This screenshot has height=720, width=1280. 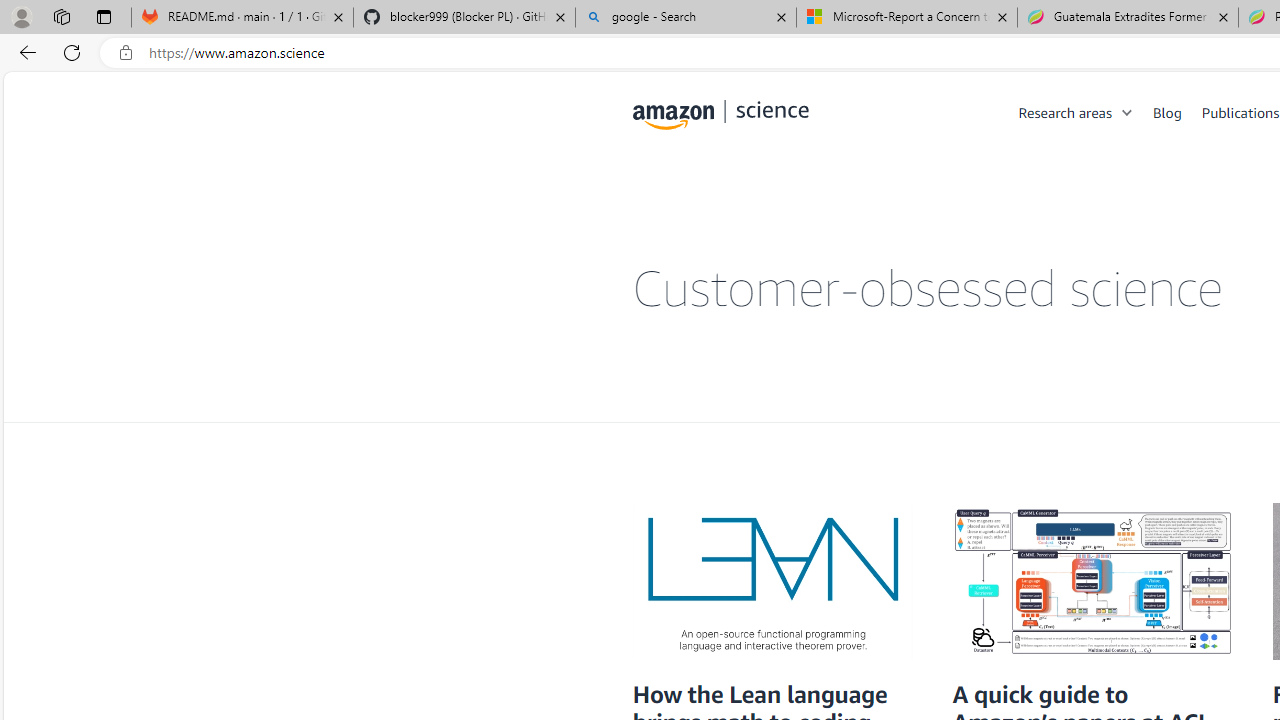 I want to click on 'Research areas', so click(x=1085, y=111).